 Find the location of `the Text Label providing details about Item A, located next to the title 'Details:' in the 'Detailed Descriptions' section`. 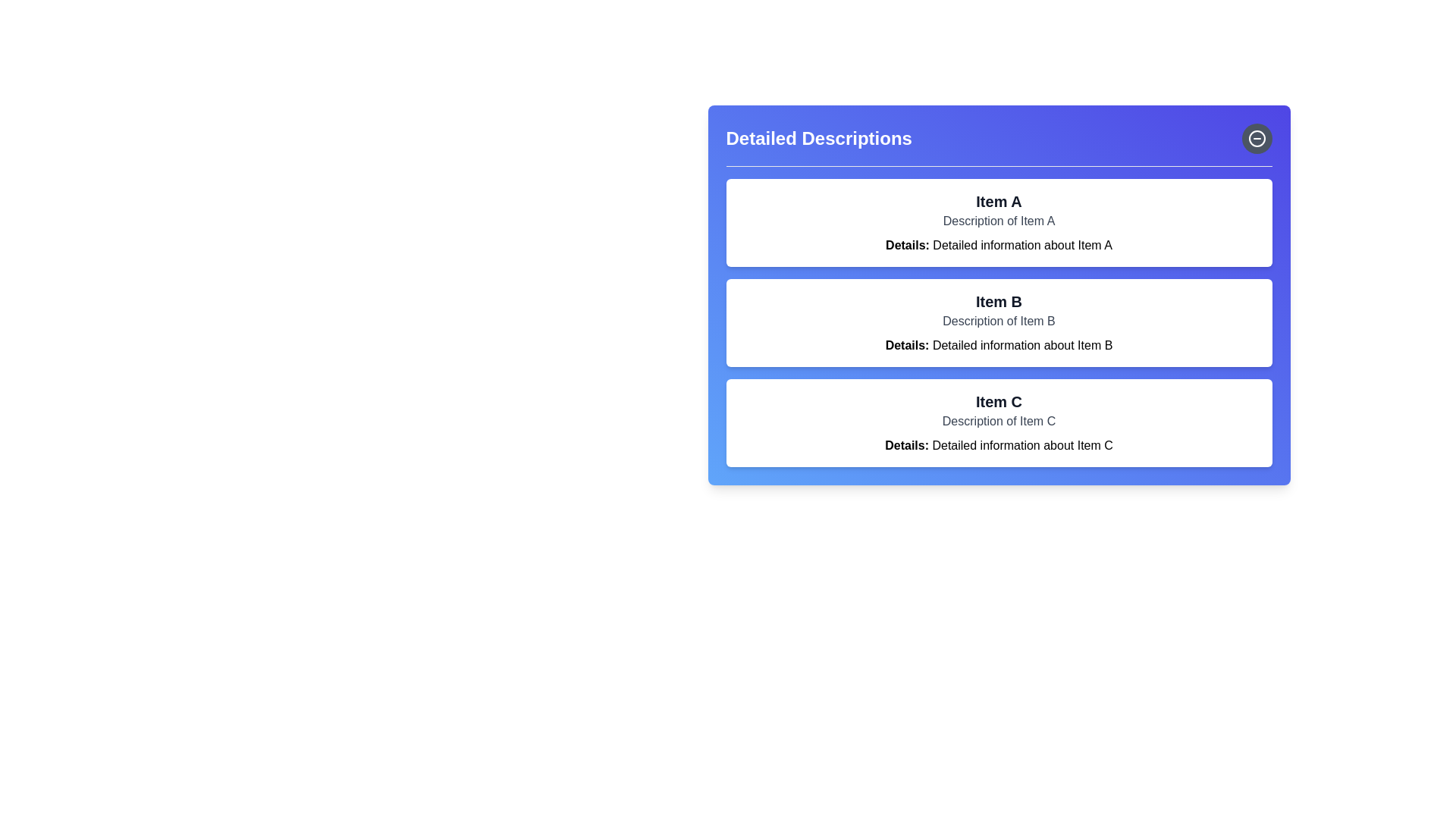

the Text Label providing details about Item A, located next to the title 'Details:' in the 'Detailed Descriptions' section is located at coordinates (1022, 244).